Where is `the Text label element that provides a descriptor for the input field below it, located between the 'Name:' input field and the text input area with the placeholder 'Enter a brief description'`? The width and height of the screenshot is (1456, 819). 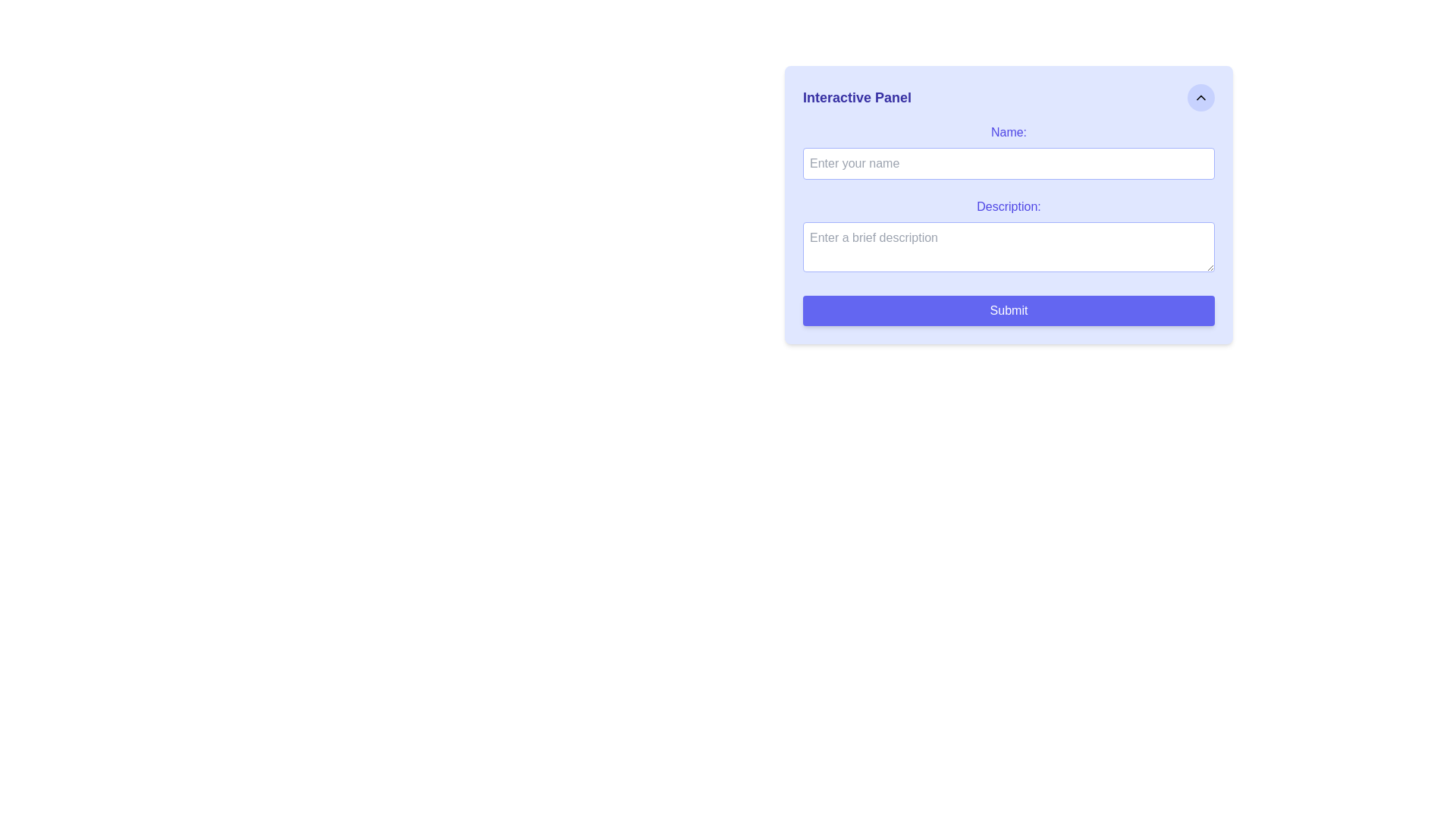
the Text label element that provides a descriptor for the input field below it, located between the 'Name:' input field and the text input area with the placeholder 'Enter a brief description' is located at coordinates (1009, 207).